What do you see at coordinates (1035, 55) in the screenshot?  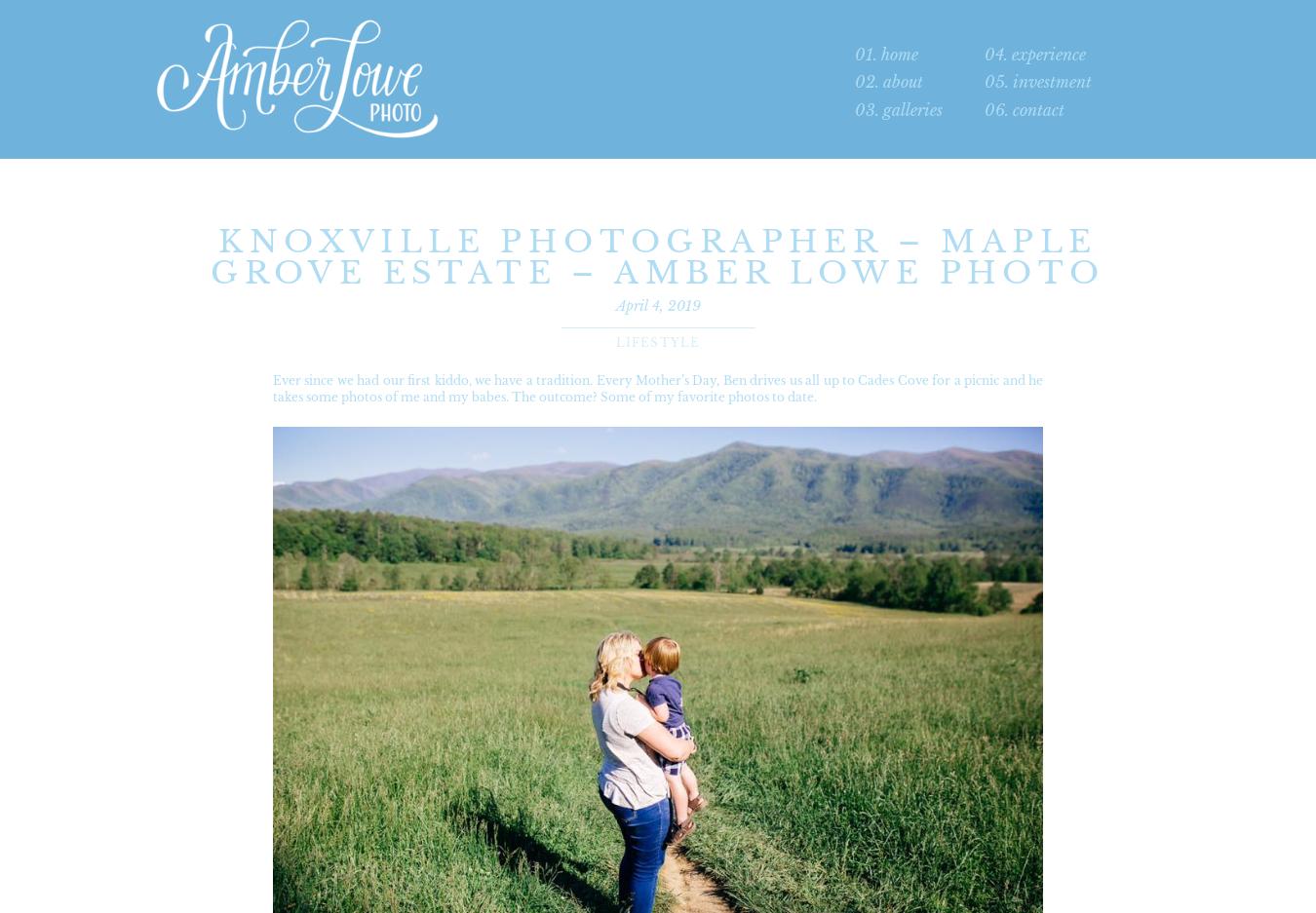 I see `'04. experience'` at bounding box center [1035, 55].